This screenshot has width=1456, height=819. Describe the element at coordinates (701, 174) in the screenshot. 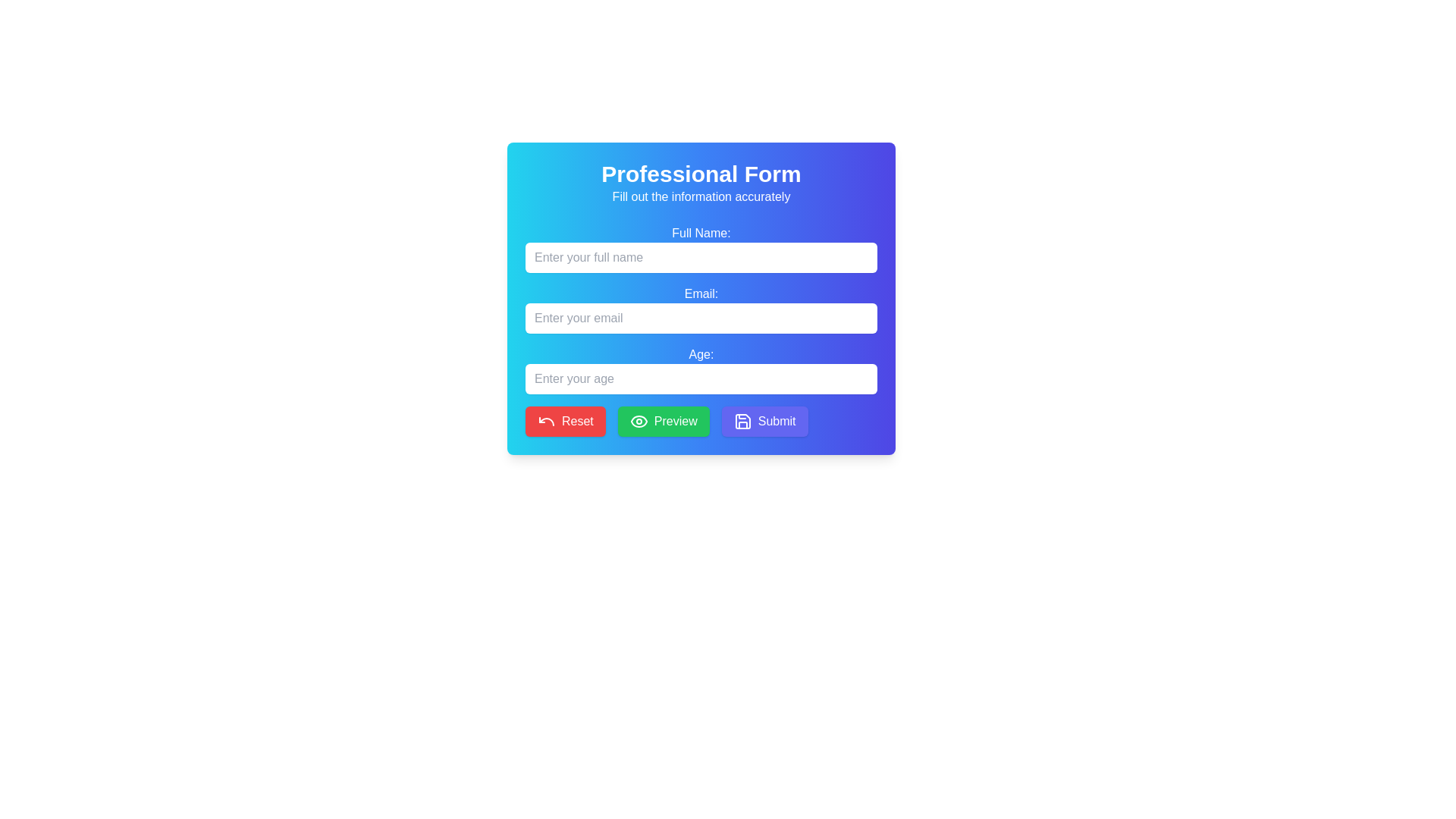

I see `header text at the top center of the form, which serves as a title indicating the form's purpose` at that location.